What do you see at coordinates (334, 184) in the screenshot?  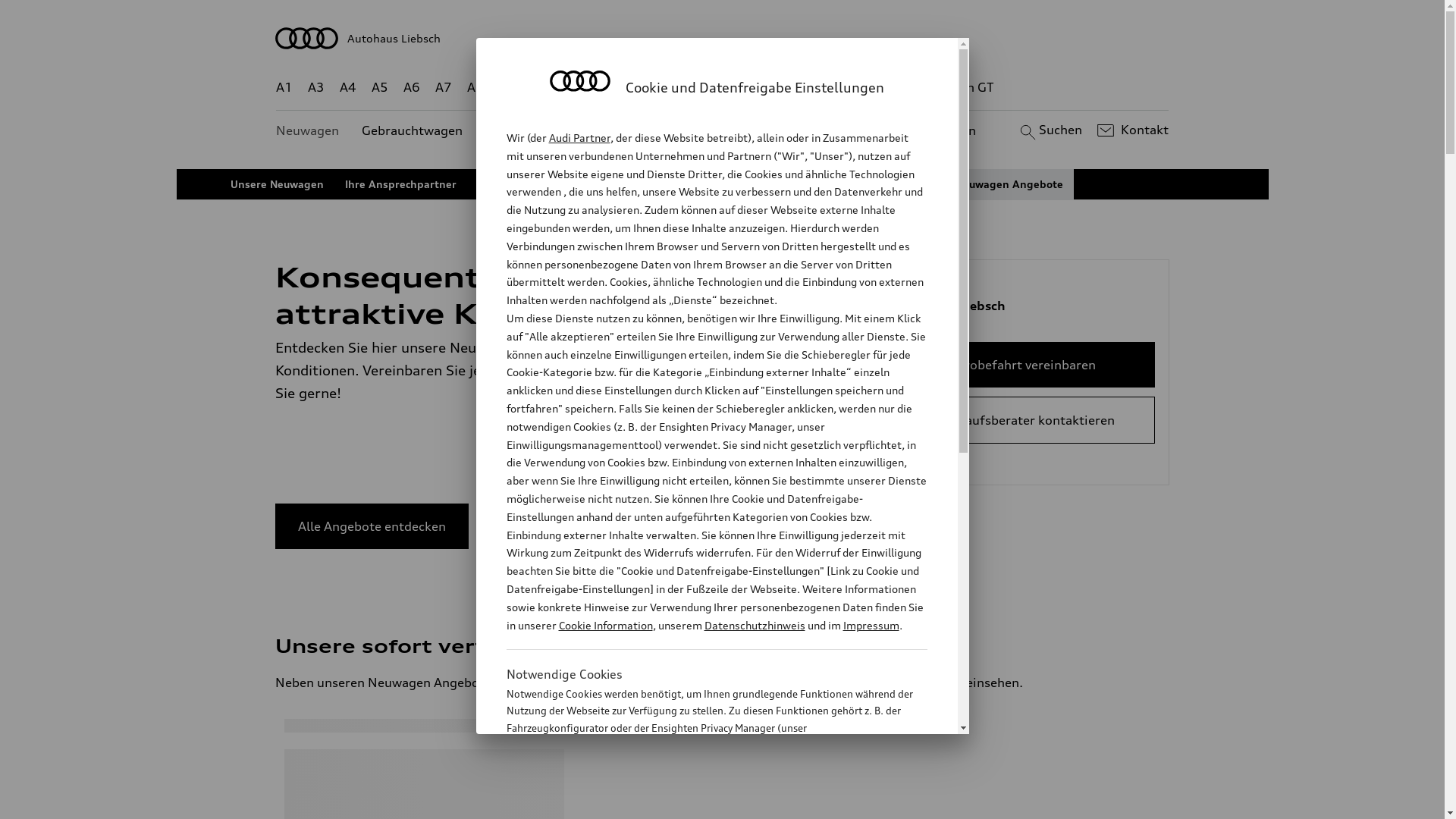 I see `'Ihre Ansprechpartner'` at bounding box center [334, 184].